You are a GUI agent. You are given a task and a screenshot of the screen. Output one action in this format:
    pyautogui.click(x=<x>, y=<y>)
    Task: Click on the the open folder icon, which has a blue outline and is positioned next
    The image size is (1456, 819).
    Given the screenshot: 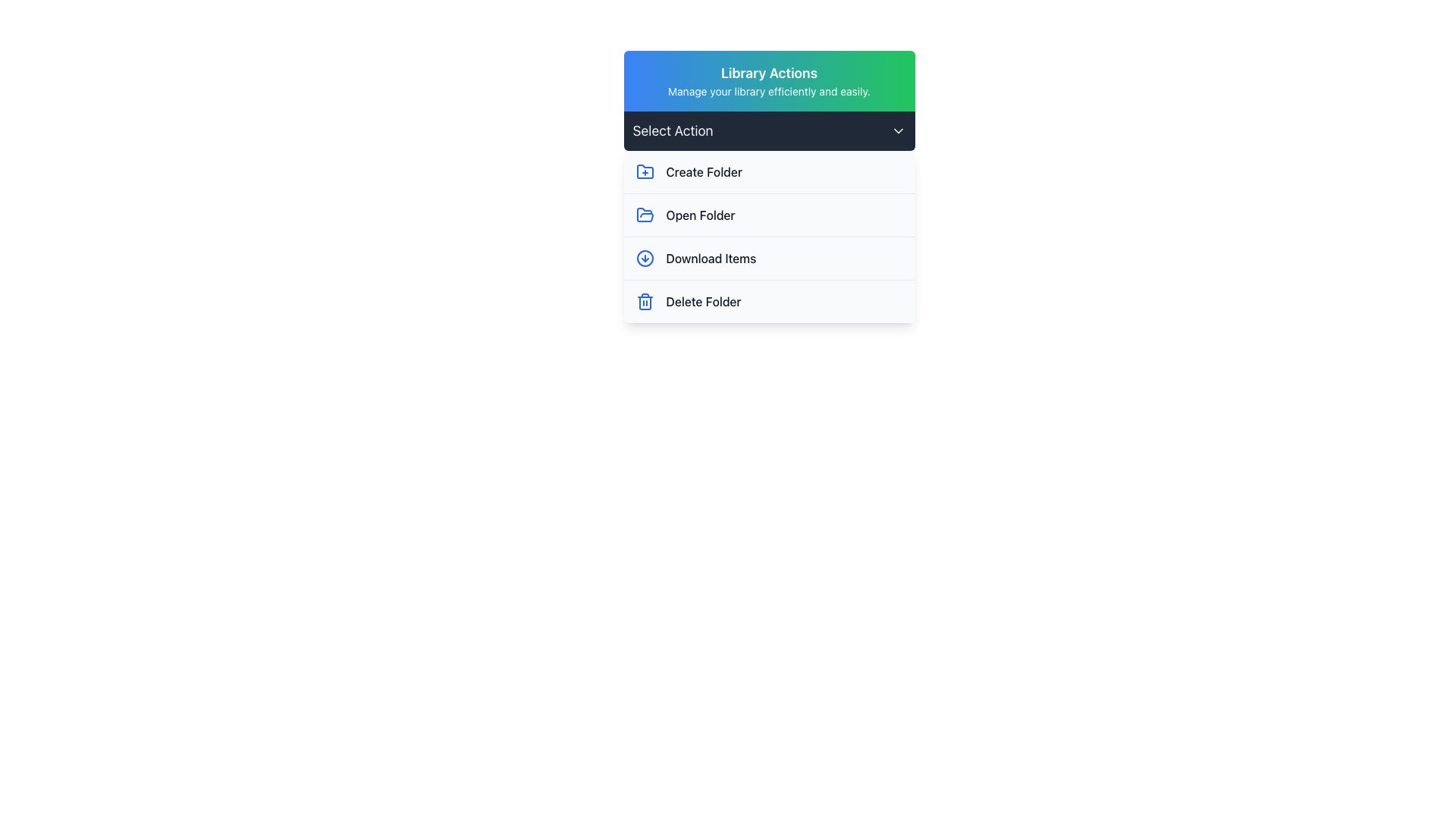 What is the action you would take?
    pyautogui.click(x=645, y=215)
    